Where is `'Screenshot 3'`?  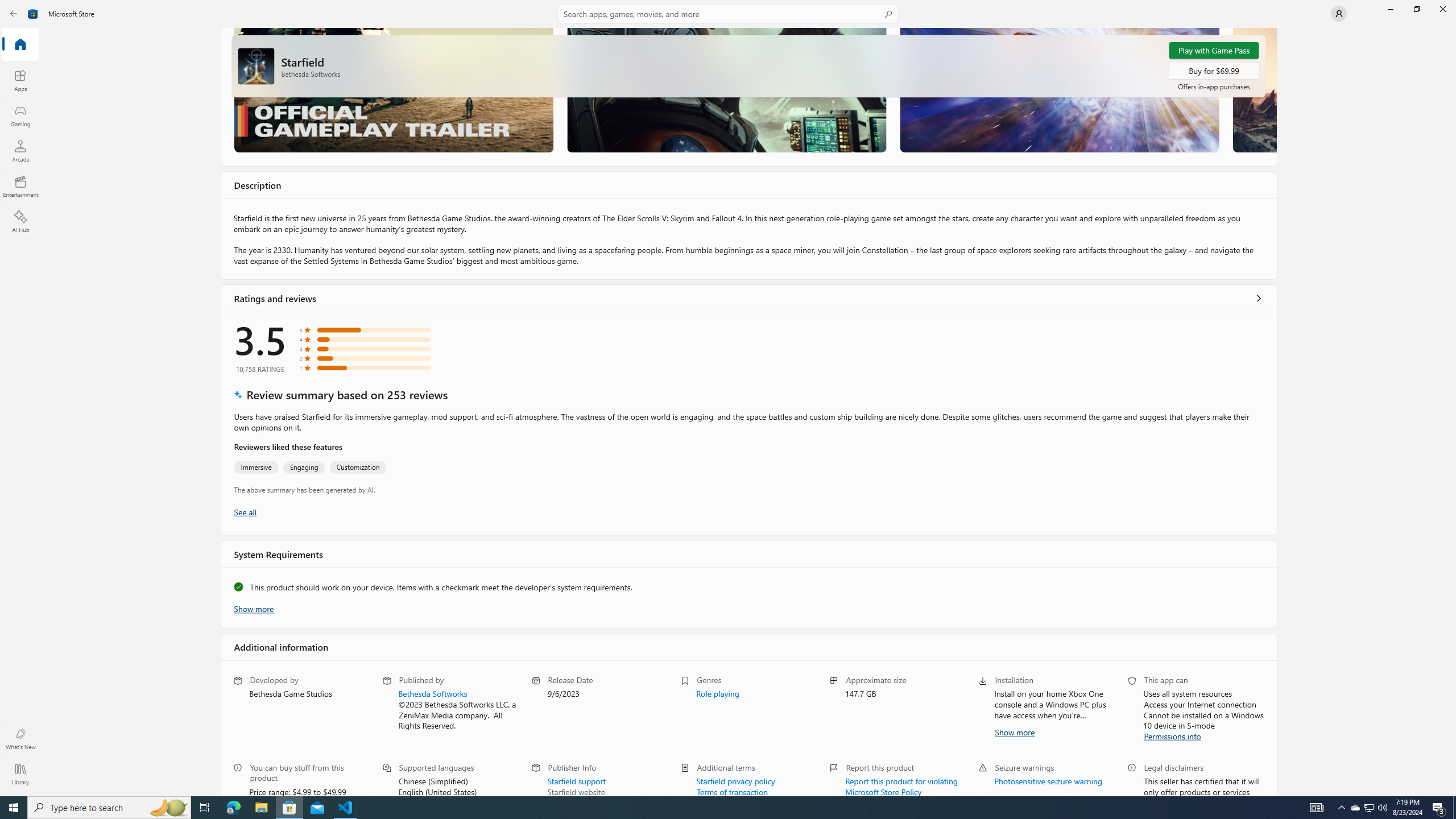 'Screenshot 3' is located at coordinates (1059, 89).